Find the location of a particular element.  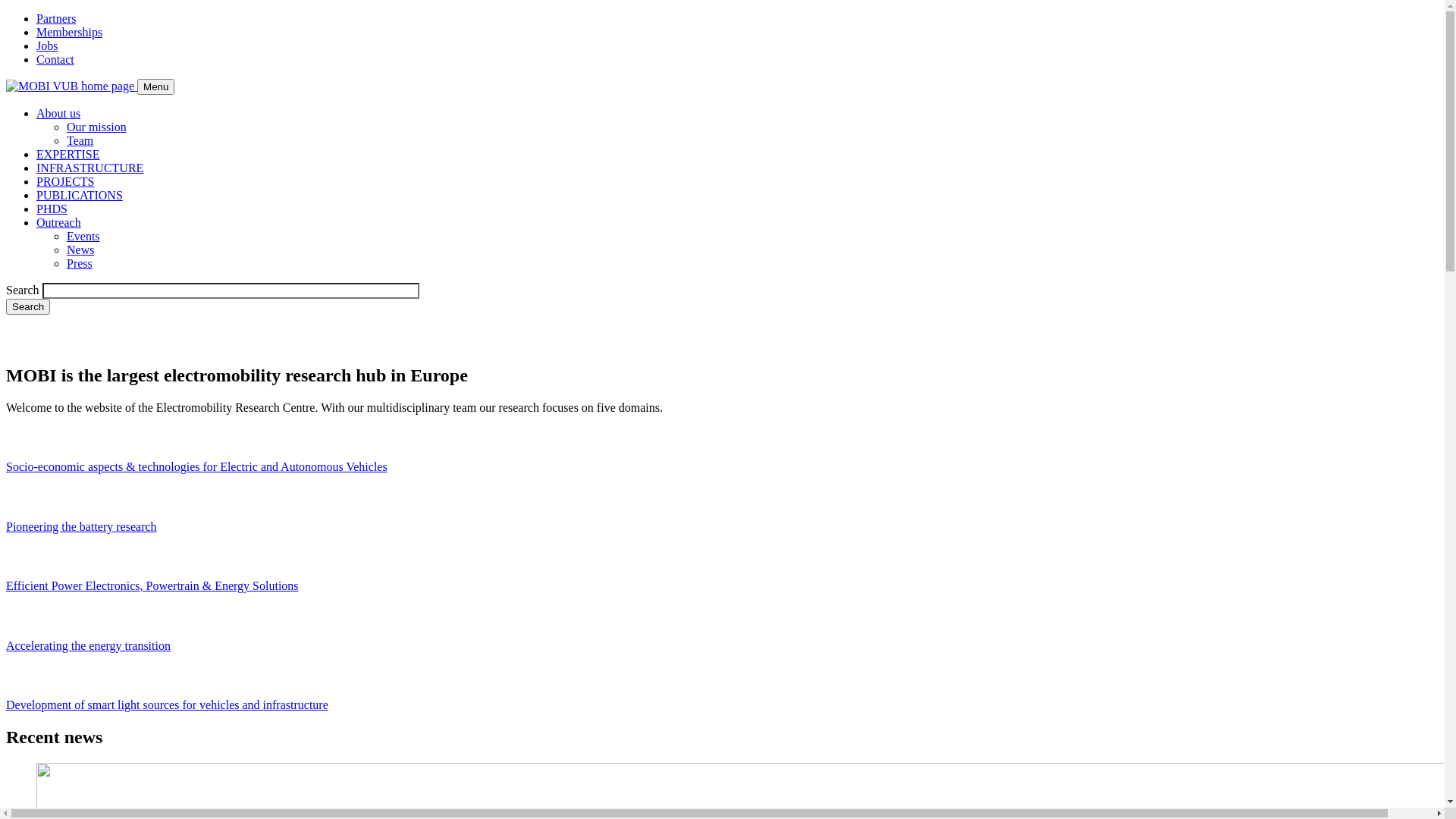

'Pioneering the battery research' is located at coordinates (80, 526).